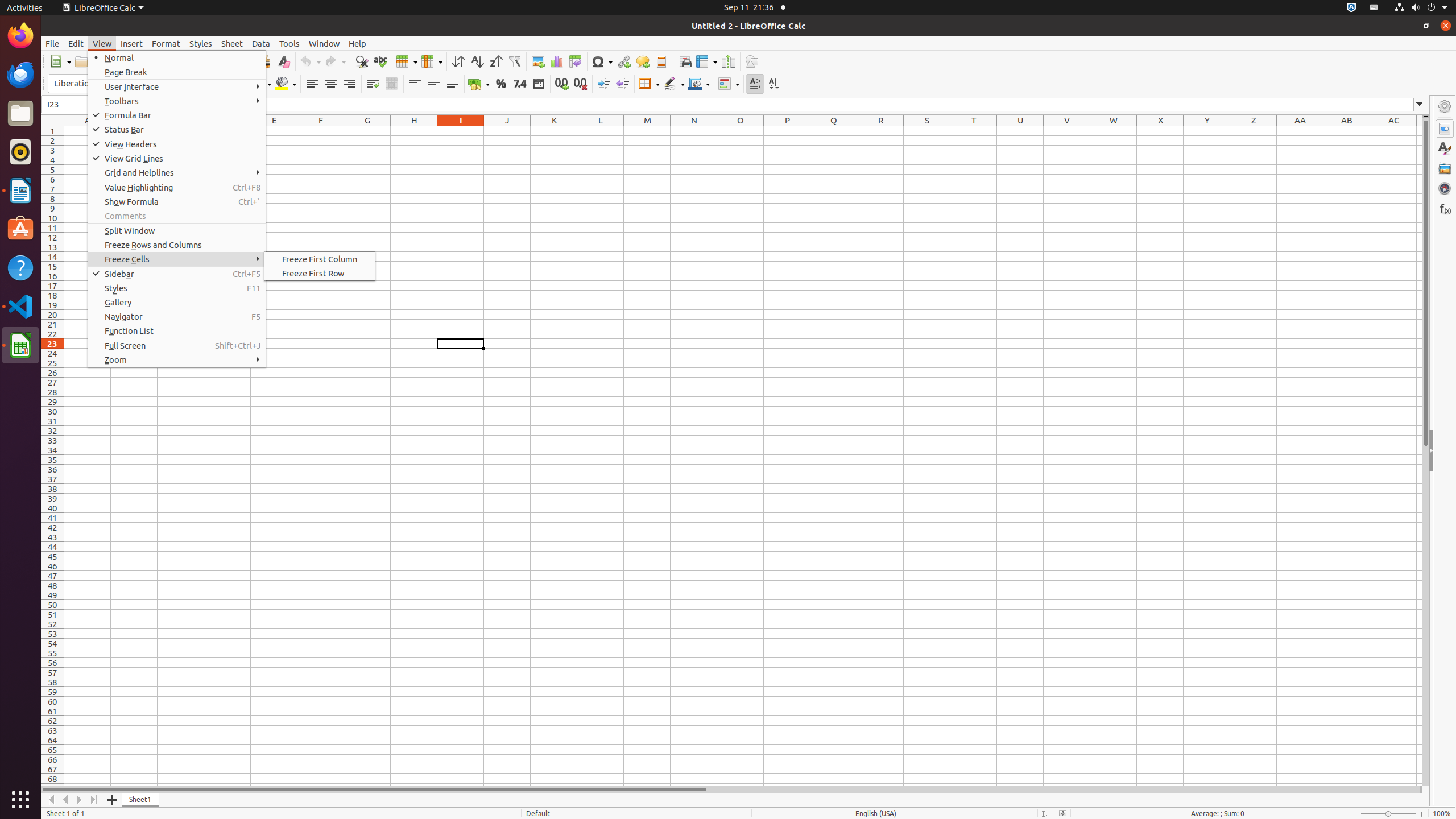 The image size is (1456, 819). I want to click on 'Background Color', so click(285, 83).